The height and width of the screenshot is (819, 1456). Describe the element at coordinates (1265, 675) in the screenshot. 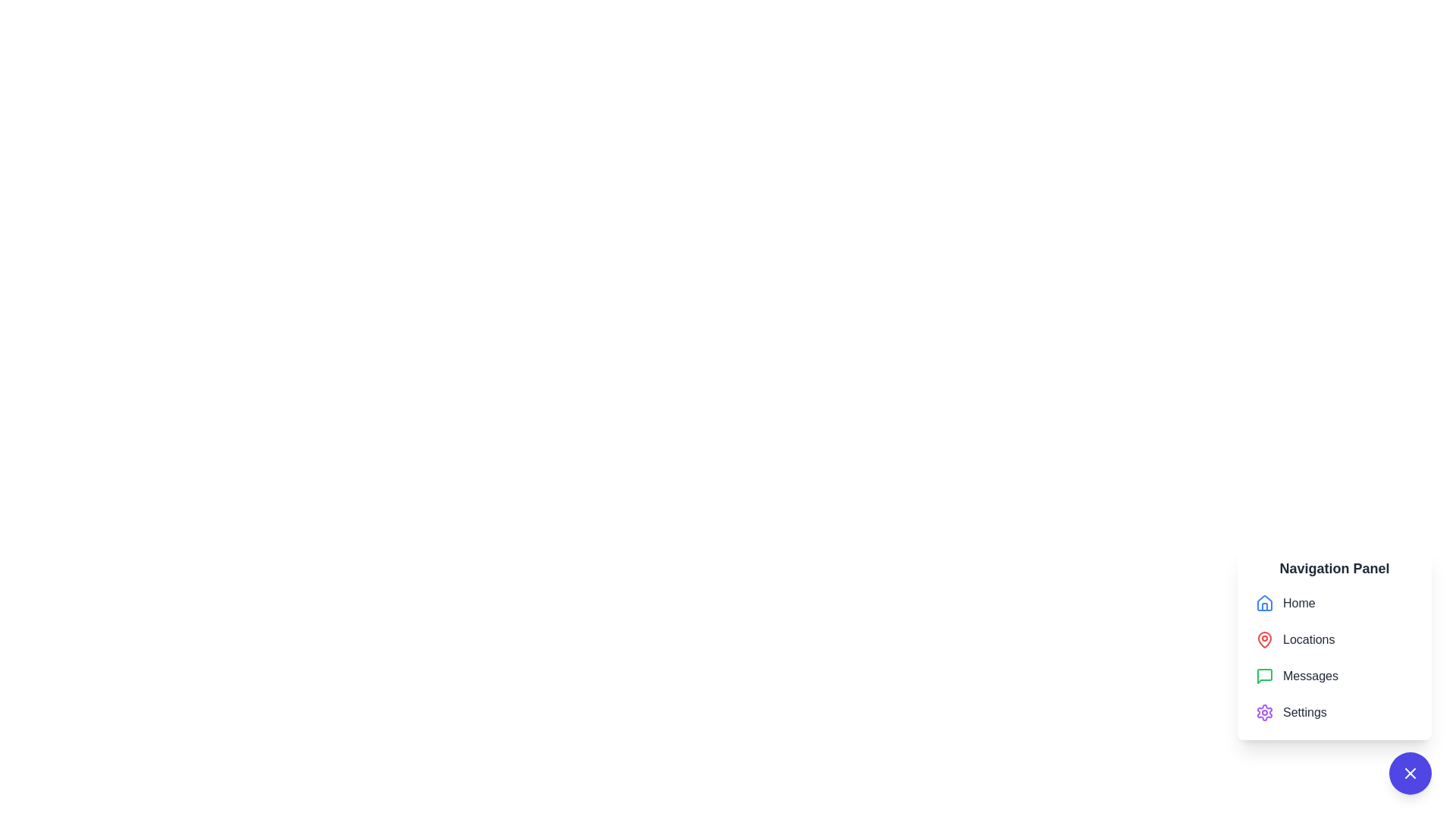

I see `the speech bubble icon in the navigation menu, which is the third icon from the top next to the 'Messages' text` at that location.